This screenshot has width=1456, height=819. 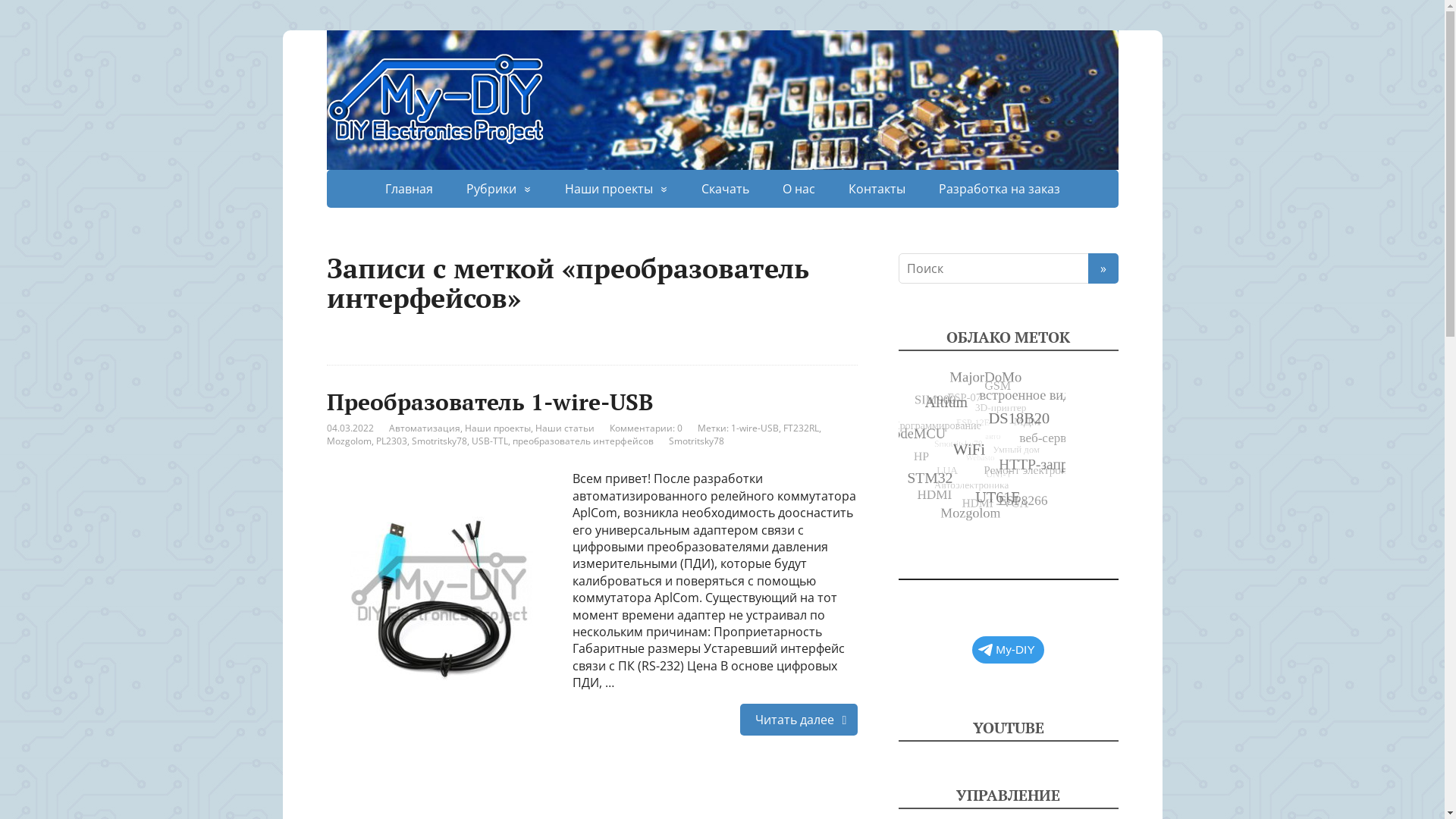 What do you see at coordinates (438, 441) in the screenshot?
I see `'Smotritsky78'` at bounding box center [438, 441].